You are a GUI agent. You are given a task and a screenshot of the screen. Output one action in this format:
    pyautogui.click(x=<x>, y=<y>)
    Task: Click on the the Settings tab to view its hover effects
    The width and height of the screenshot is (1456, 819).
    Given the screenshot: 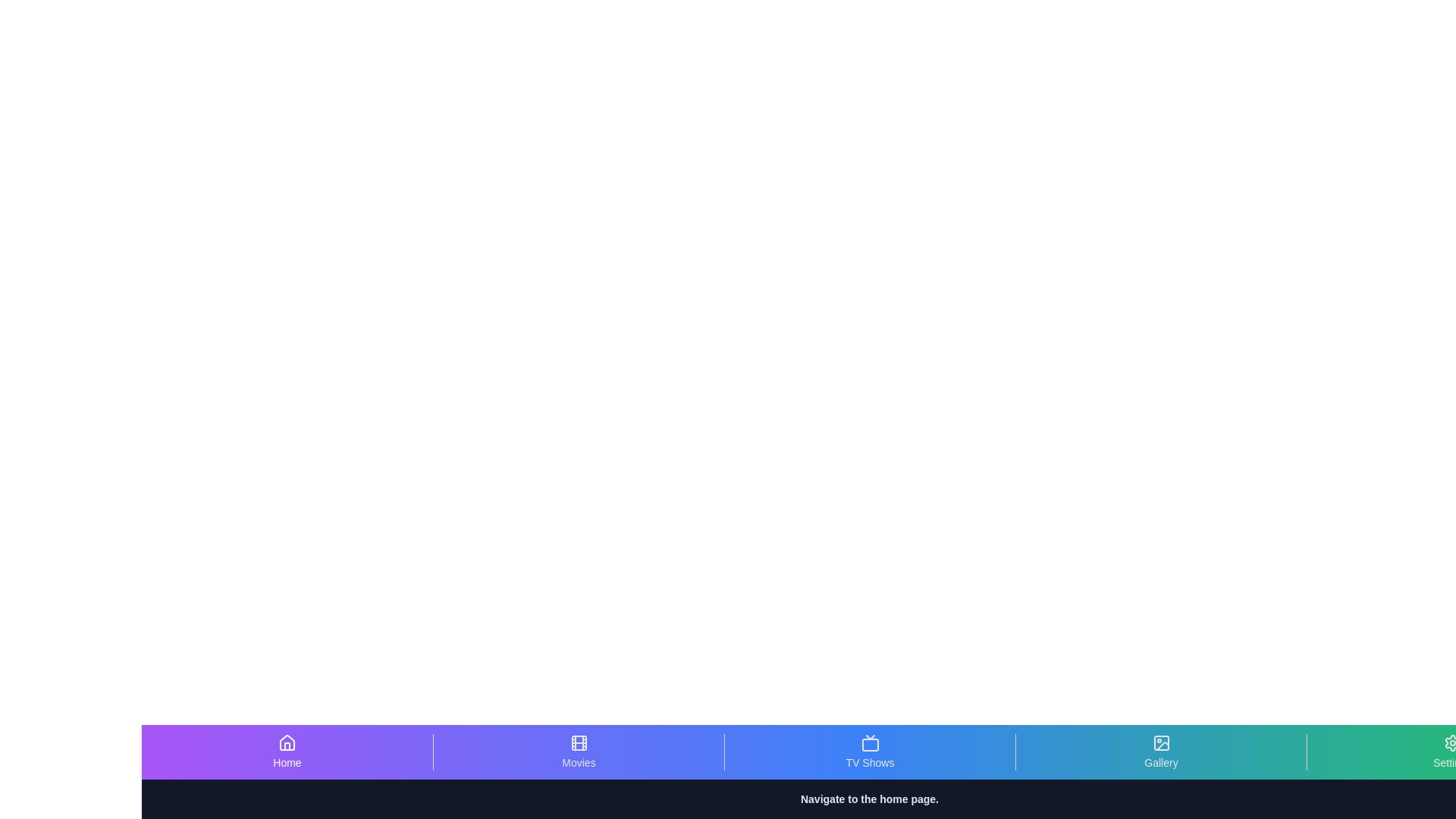 What is the action you would take?
    pyautogui.click(x=1451, y=752)
    